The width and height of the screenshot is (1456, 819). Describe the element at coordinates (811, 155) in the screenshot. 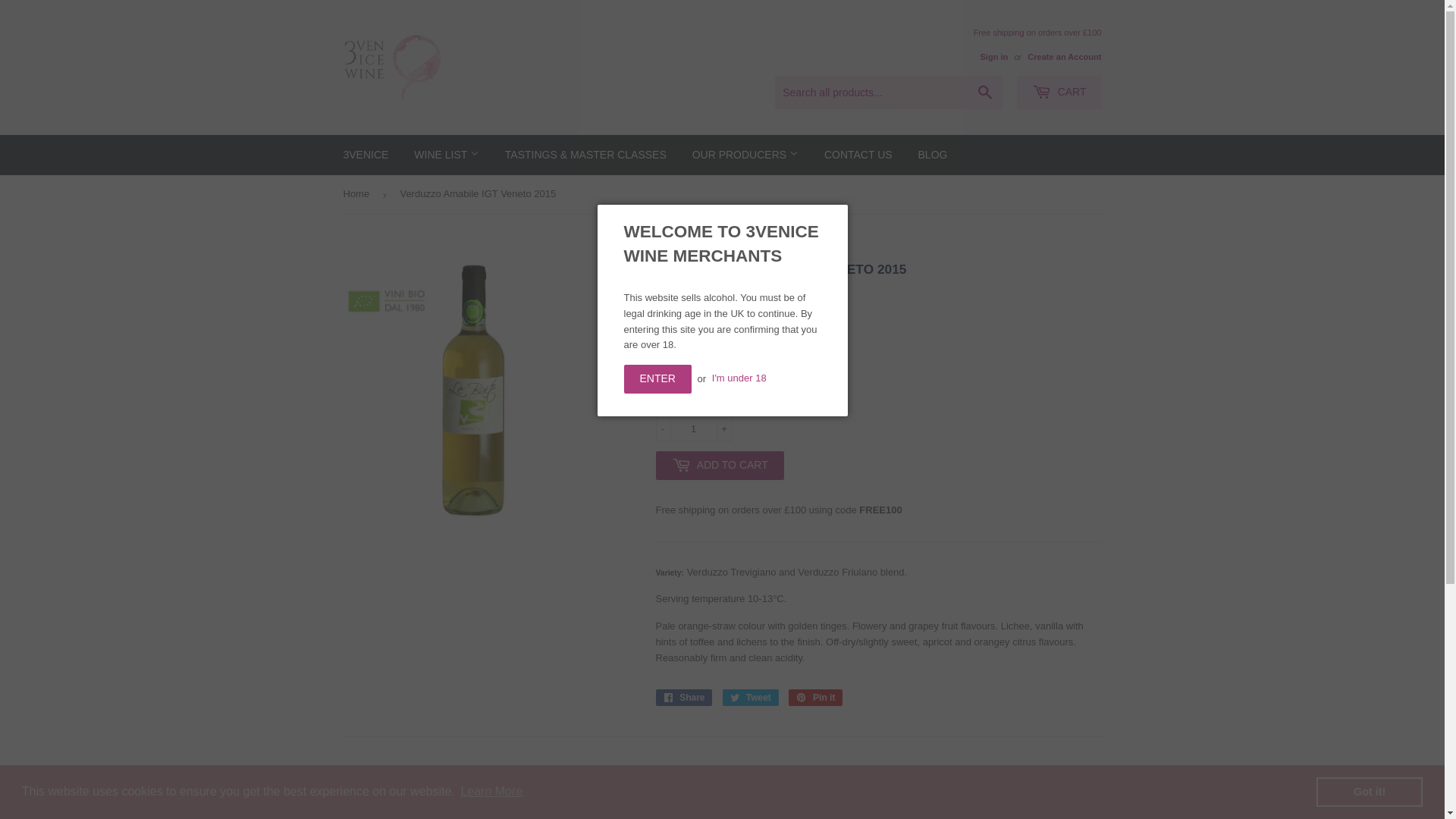

I see `'CONTACT US'` at that location.